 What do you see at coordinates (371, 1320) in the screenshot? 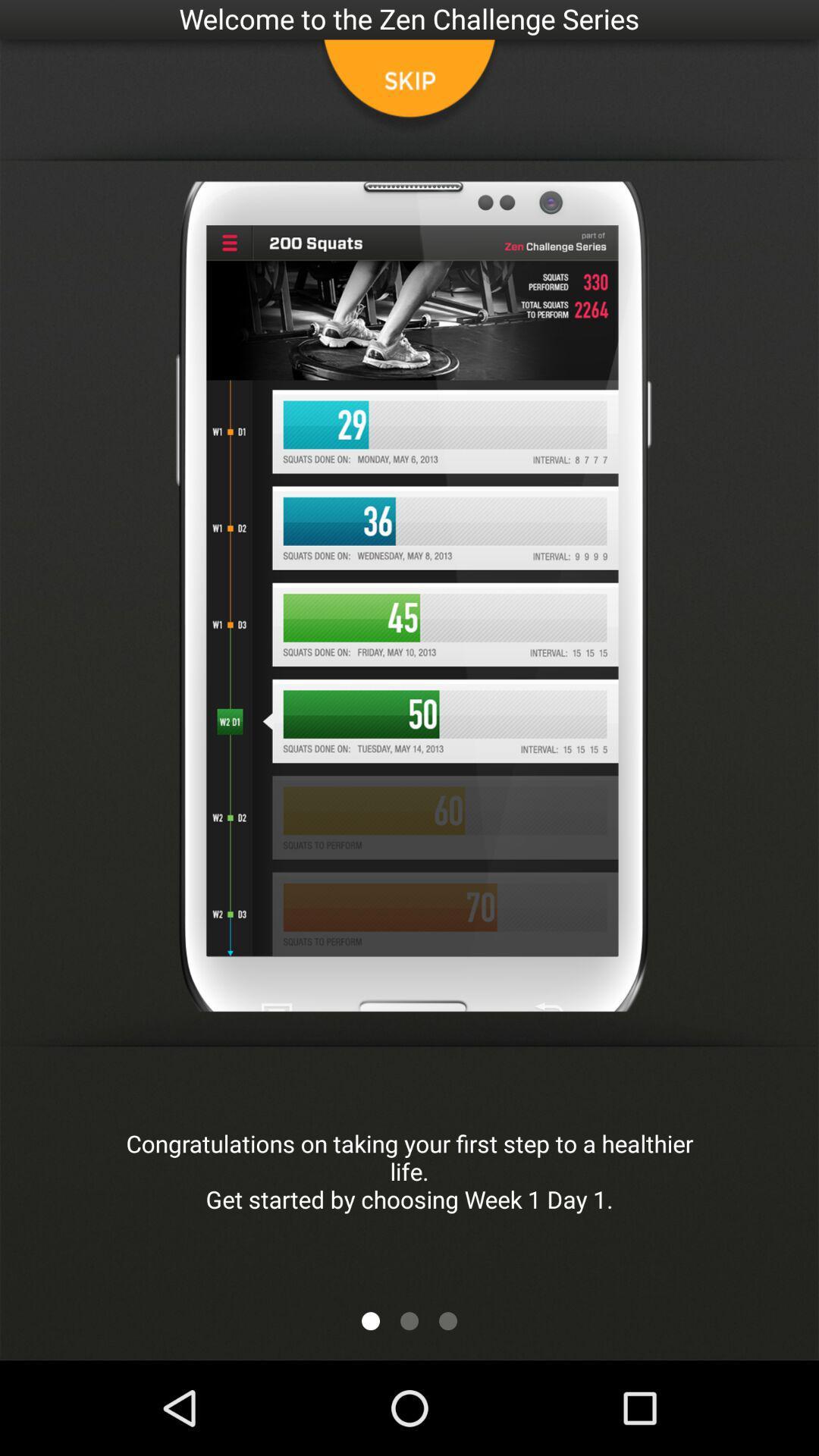
I see `display first image` at bounding box center [371, 1320].